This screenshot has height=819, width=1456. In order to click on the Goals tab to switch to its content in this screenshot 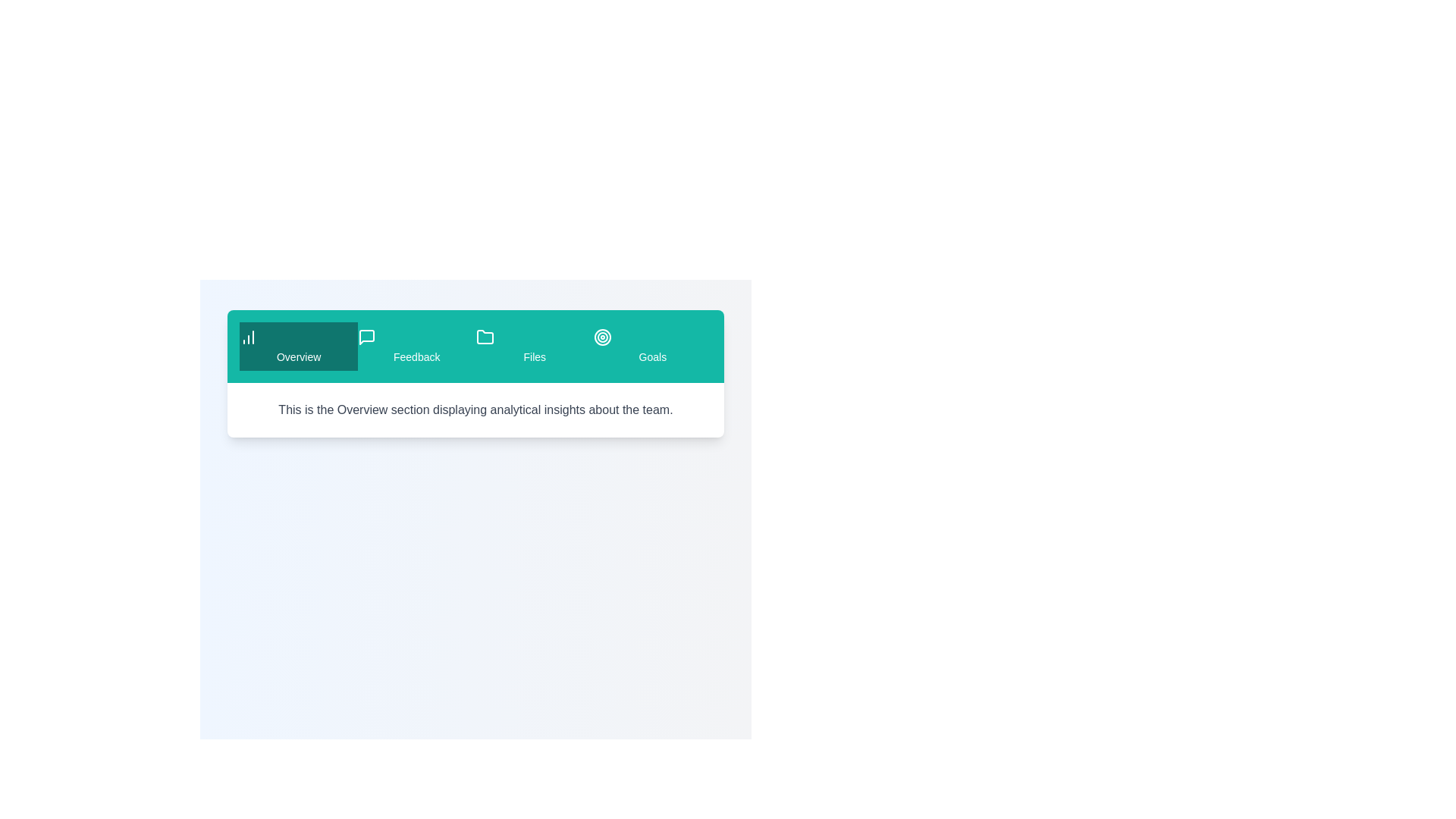, I will do `click(651, 346)`.